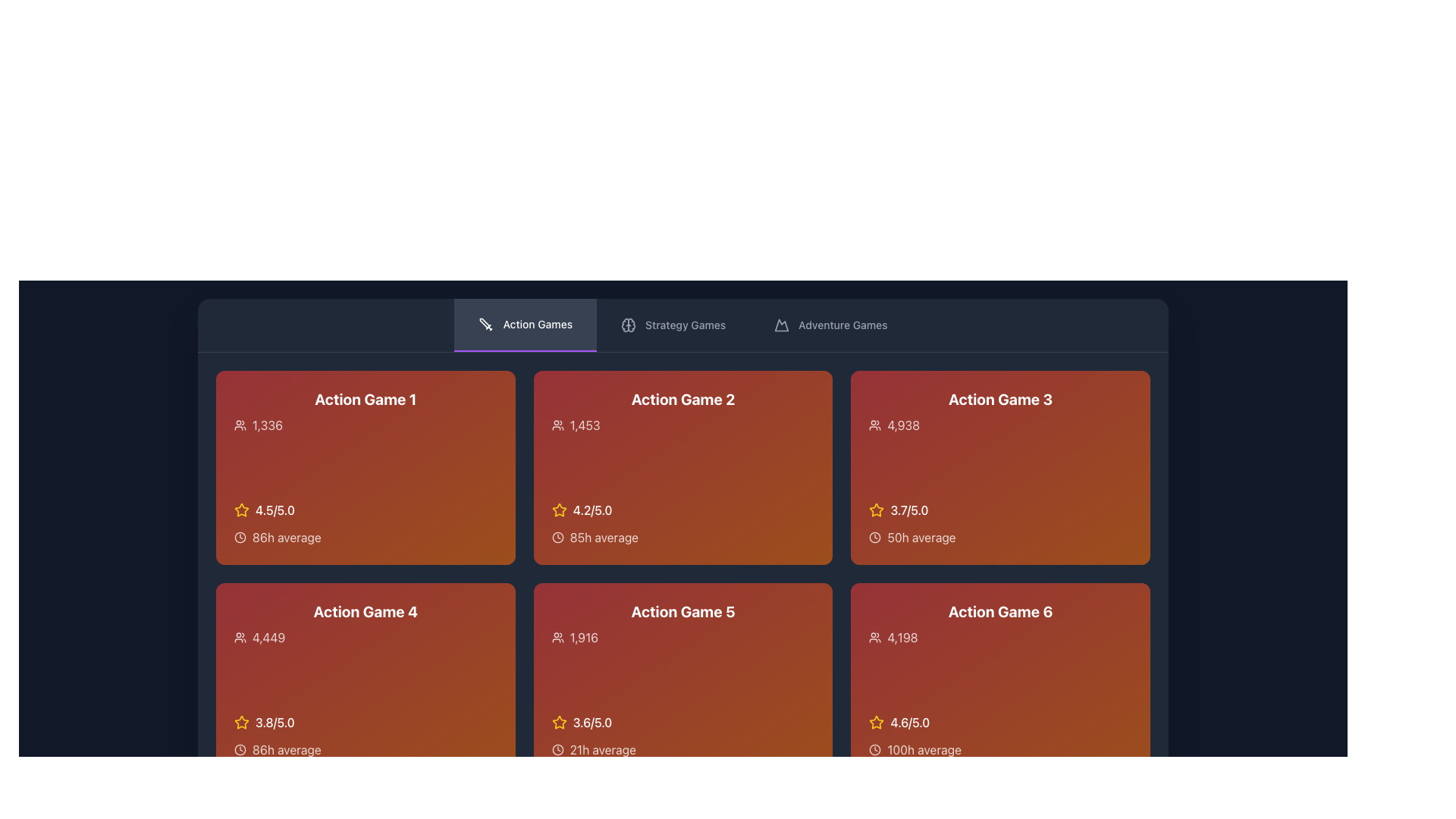  What do you see at coordinates (366, 610) in the screenshot?
I see `text displayed in the text label that shows 'Action Game 4' in white font on a reddish-orange background, located at the bottom-left of the game information panels` at bounding box center [366, 610].